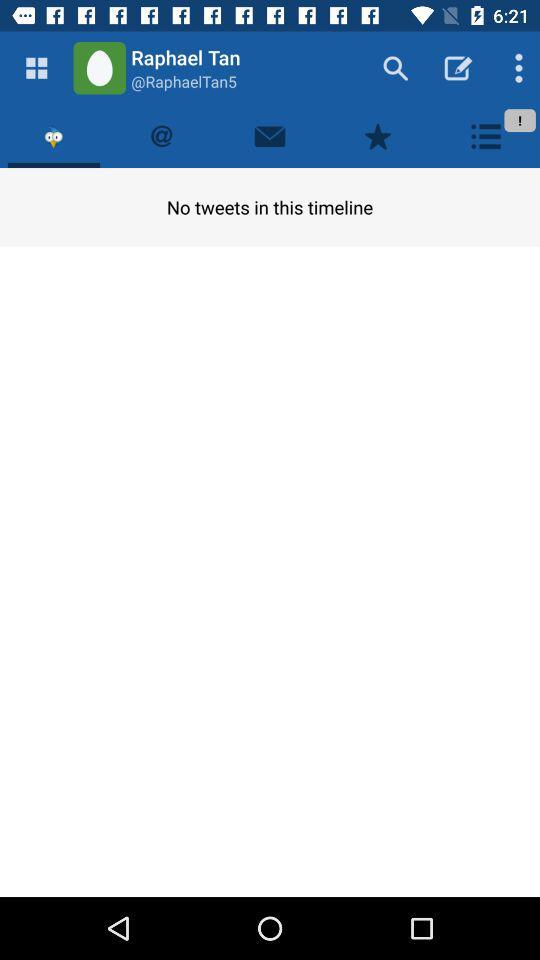 This screenshot has width=540, height=960. Describe the element at coordinates (161, 135) in the screenshot. I see `mentions` at that location.